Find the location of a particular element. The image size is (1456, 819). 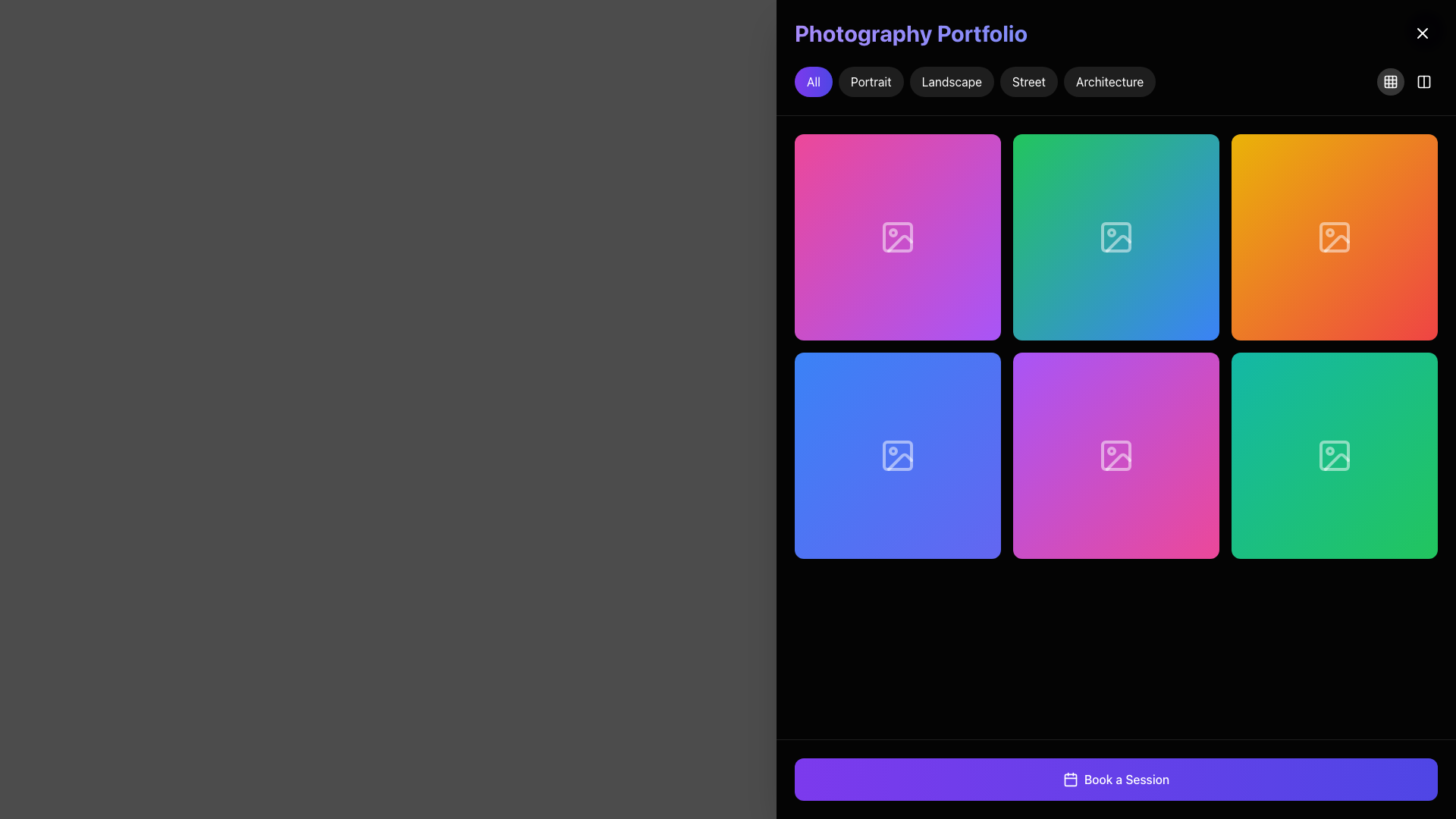

the horizontal interactive button group located in the third column of the second row of the grid, which allows users to like, share, or download content is located at coordinates (898, 455).